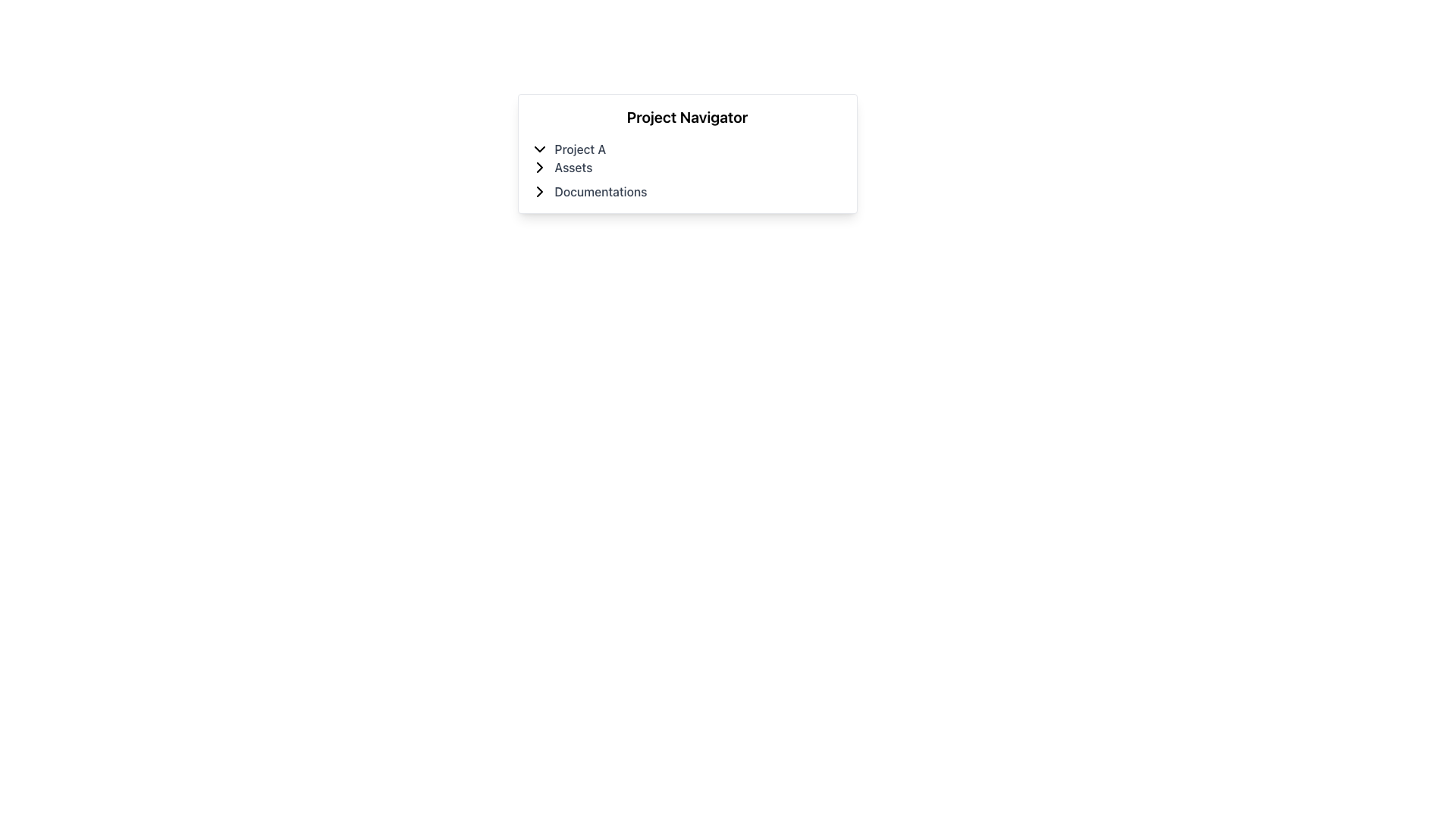 This screenshot has width=1456, height=819. I want to click on the text label displaying 'Assets' in the navigation menu that changes color on hover, so click(573, 167).